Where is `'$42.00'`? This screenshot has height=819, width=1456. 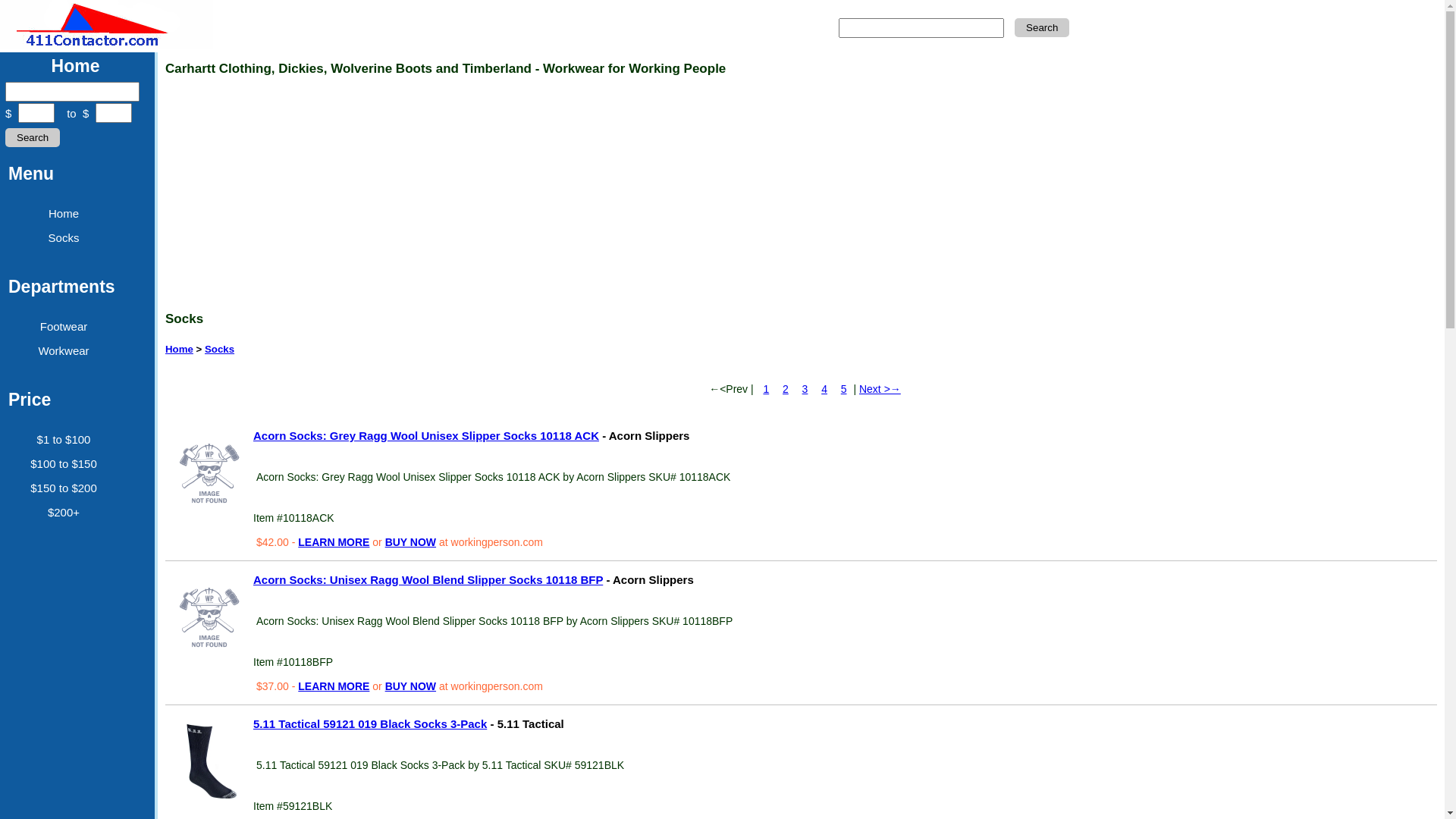
'$42.00' is located at coordinates (274, 541).